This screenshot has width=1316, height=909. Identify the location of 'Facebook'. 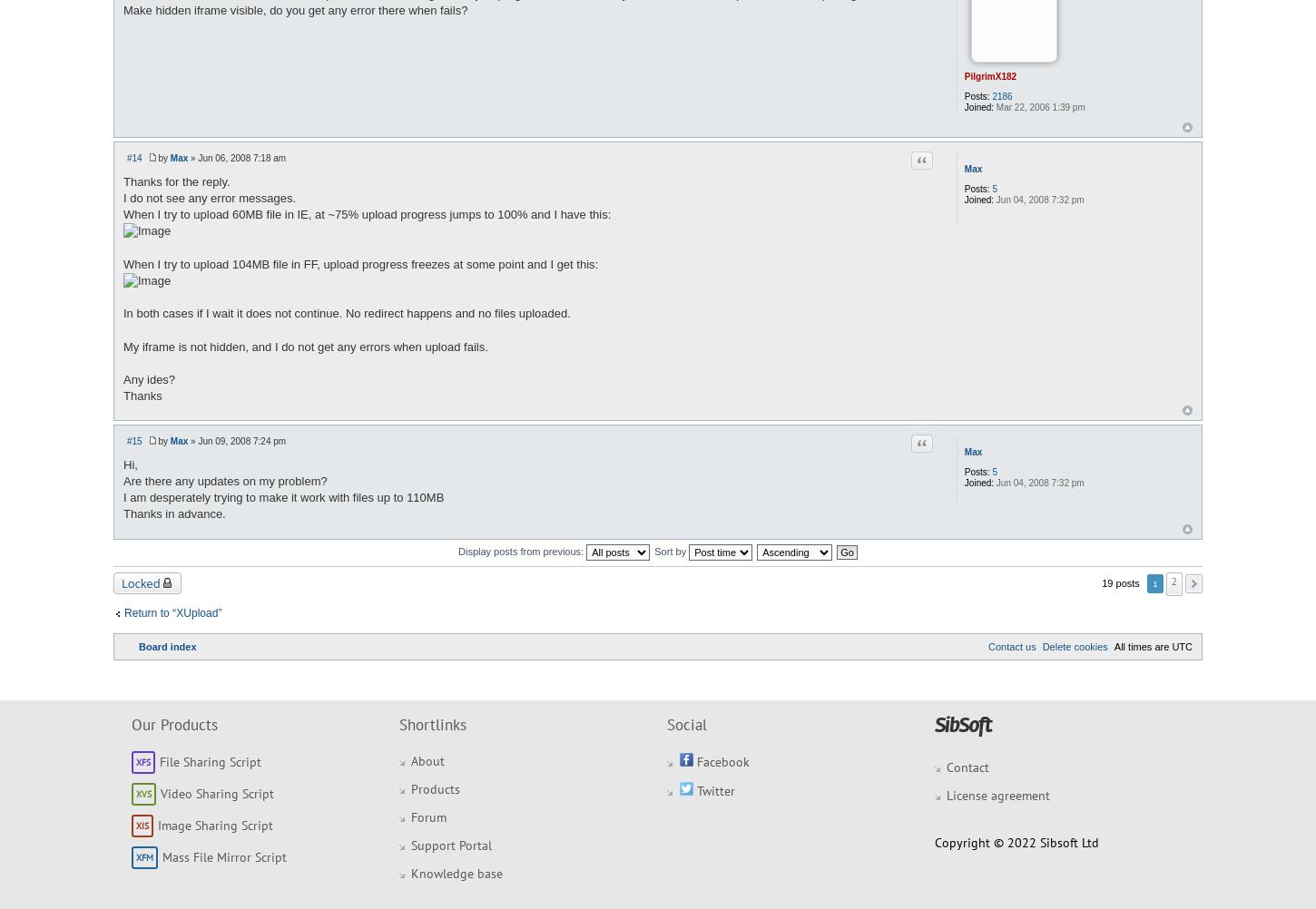
(693, 760).